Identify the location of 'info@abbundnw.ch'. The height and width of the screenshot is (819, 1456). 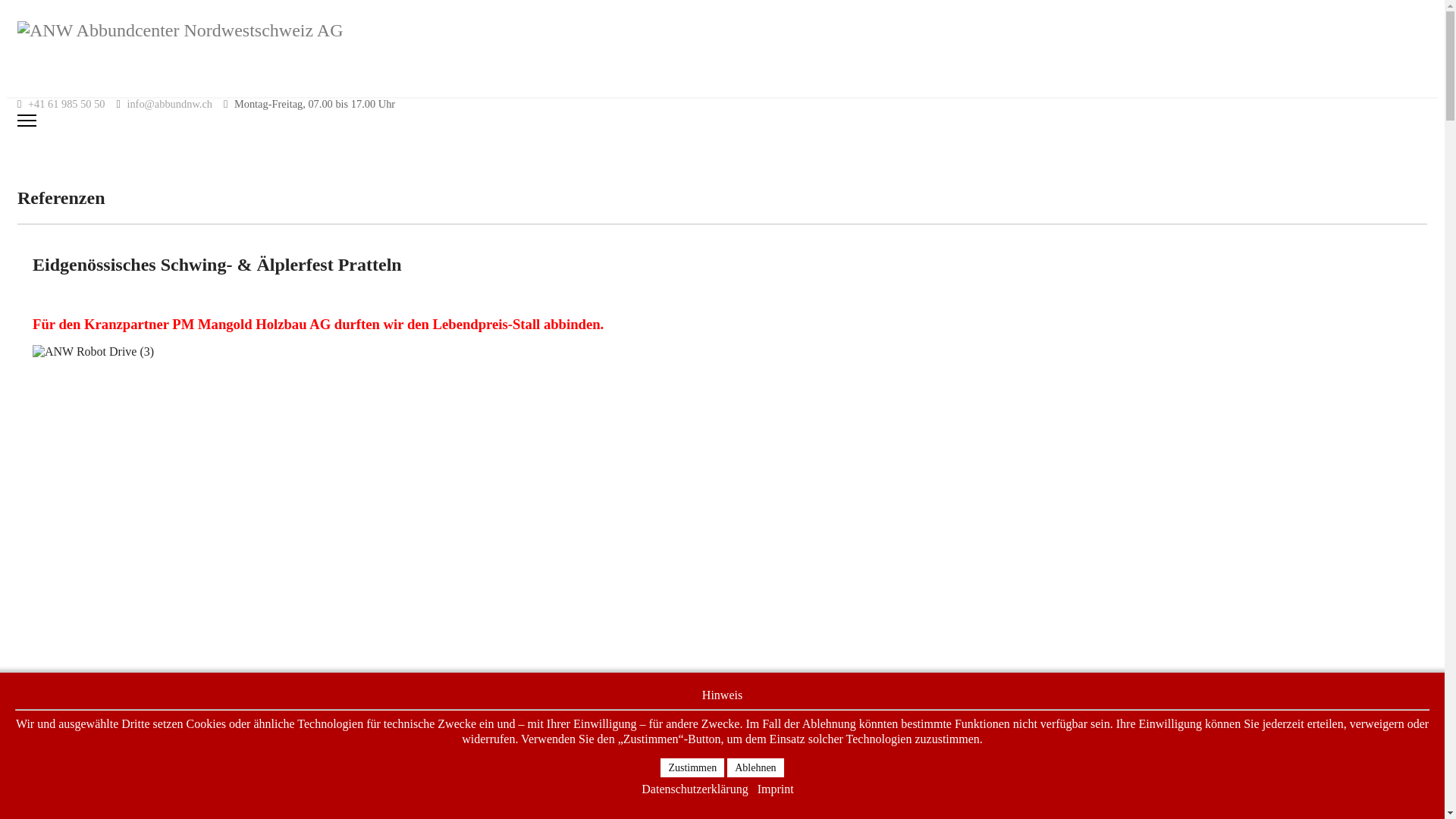
(127, 103).